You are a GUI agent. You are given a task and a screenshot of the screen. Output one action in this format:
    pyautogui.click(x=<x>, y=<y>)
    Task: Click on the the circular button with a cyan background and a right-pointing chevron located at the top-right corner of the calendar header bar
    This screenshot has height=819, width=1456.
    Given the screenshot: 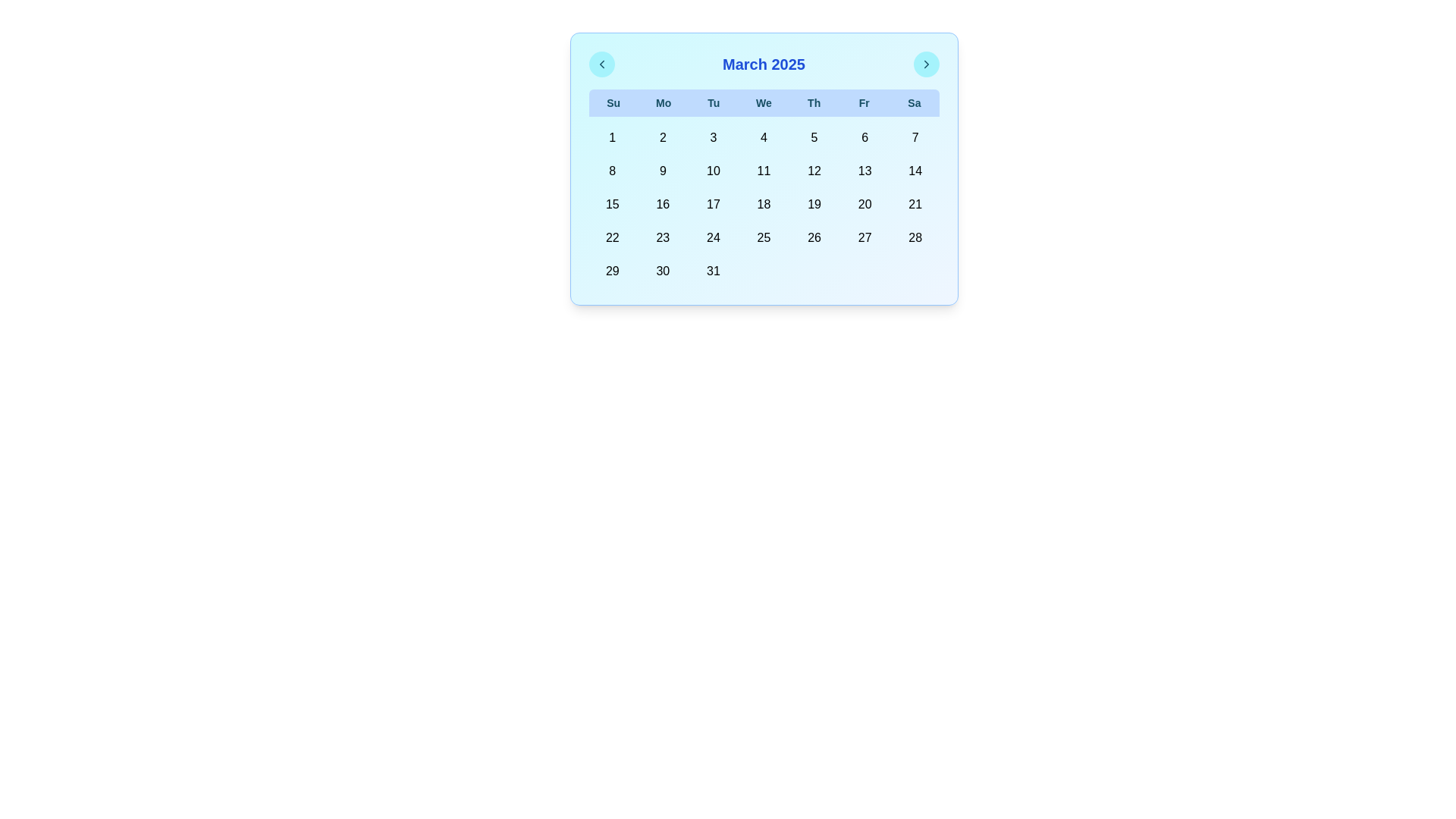 What is the action you would take?
    pyautogui.click(x=925, y=63)
    